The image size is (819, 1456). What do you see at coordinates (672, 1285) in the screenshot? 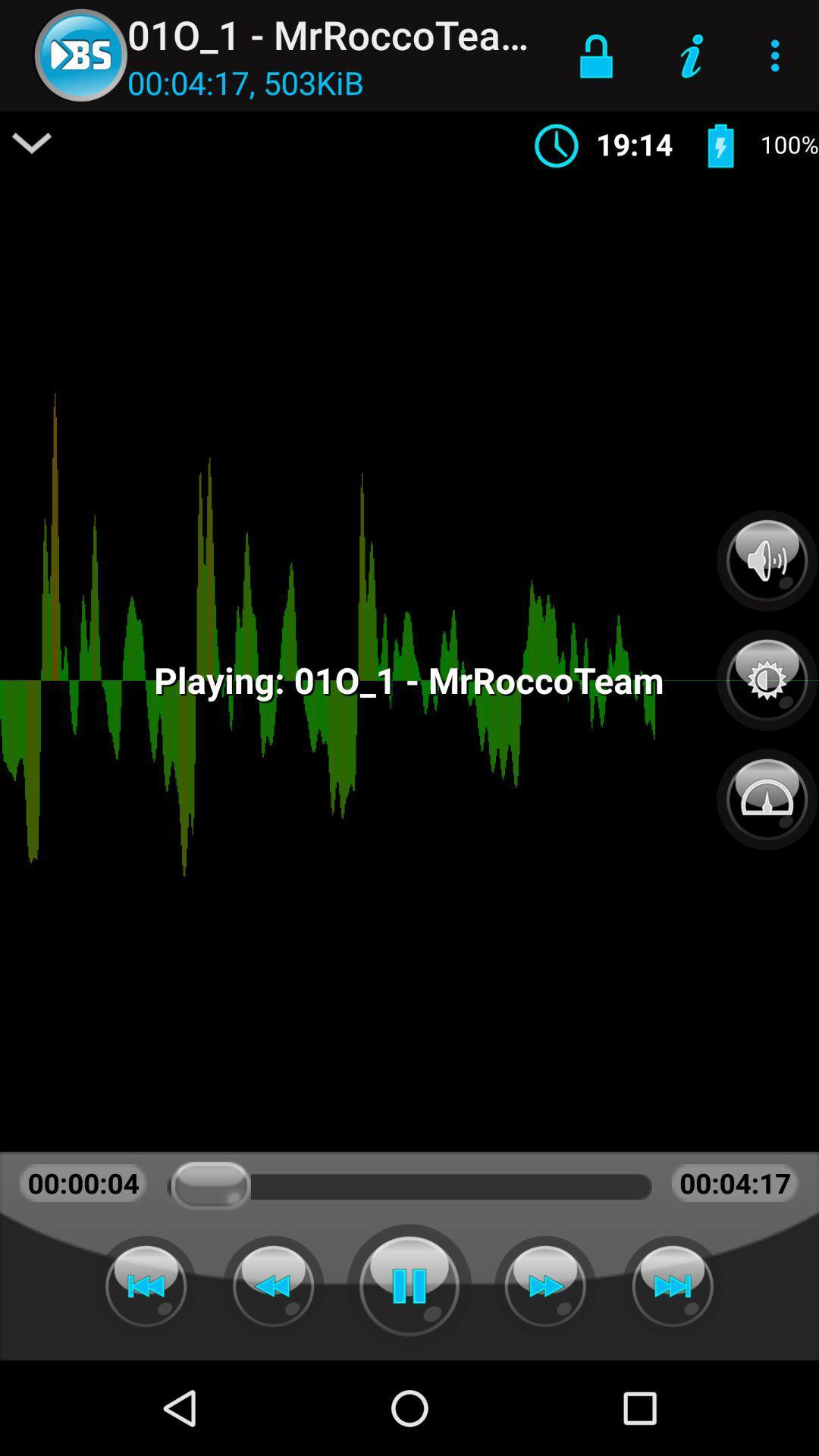
I see `next` at bounding box center [672, 1285].